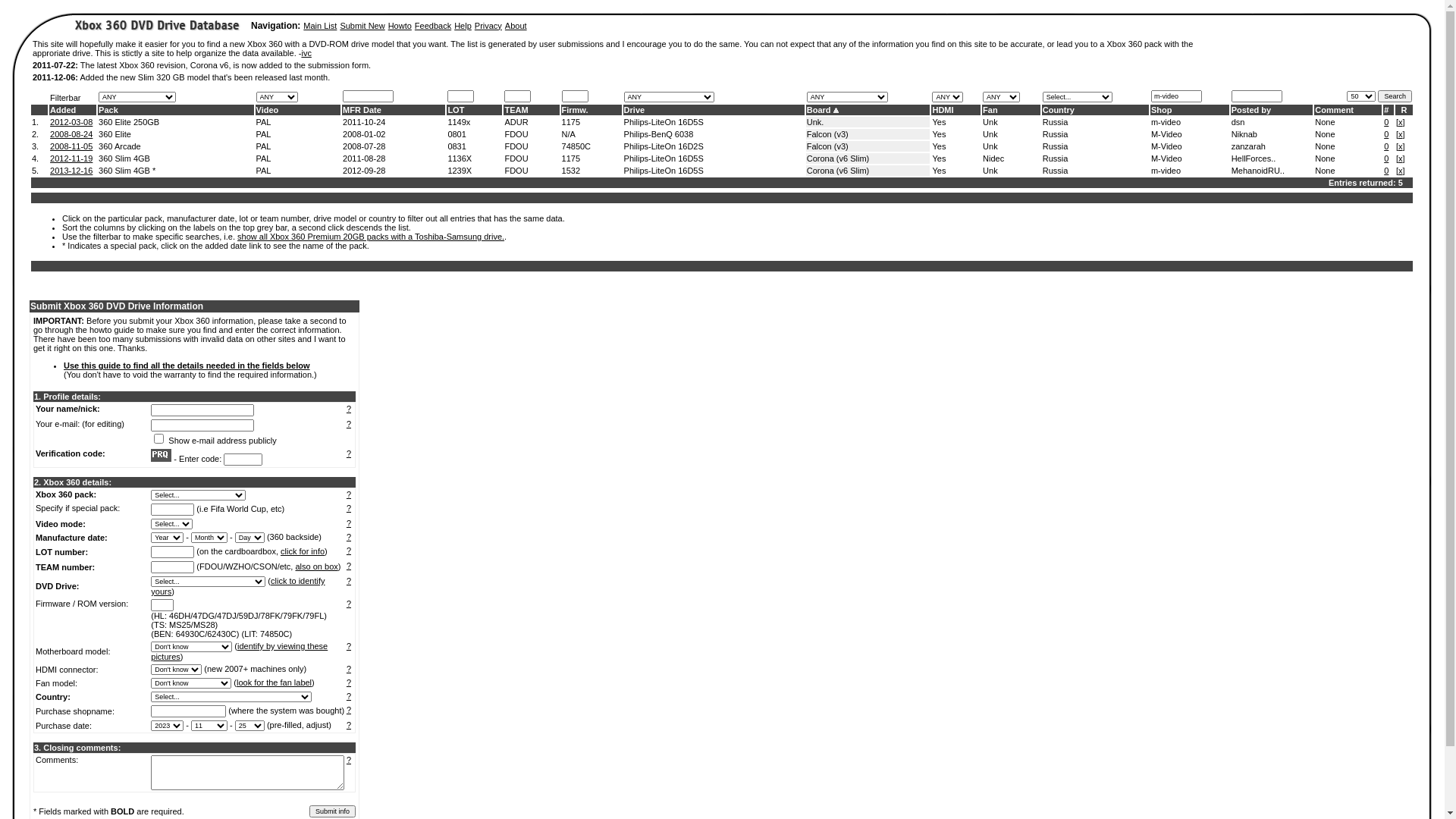 The width and height of the screenshot is (1456, 819). I want to click on 'Nidec', so click(983, 158).